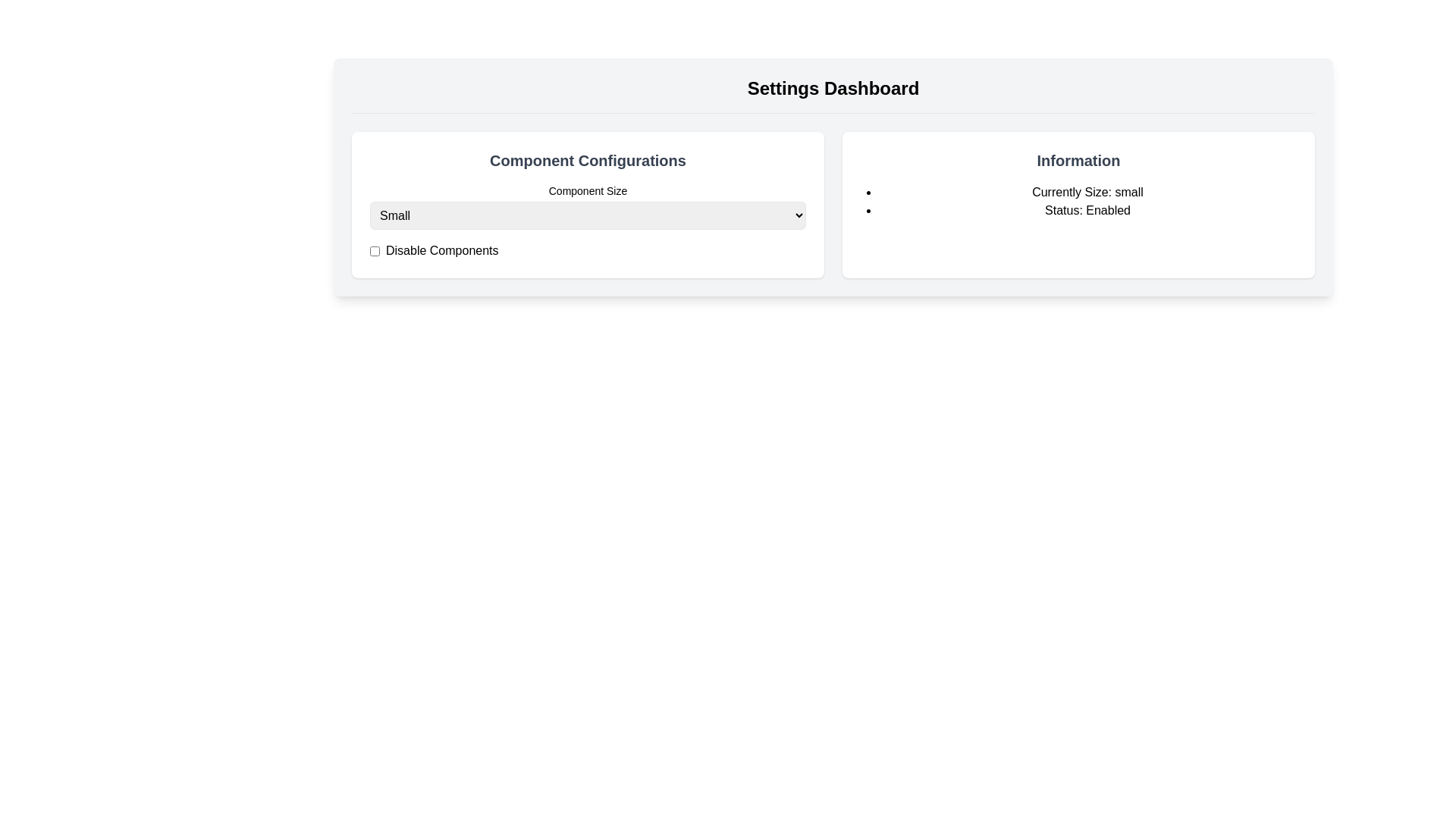 Image resolution: width=1456 pixels, height=819 pixels. I want to click on the 'Component Size' label, which is styled with a small font size and medium weight, located above the dropdown menu in the 'Component Configurations' section, so click(587, 190).